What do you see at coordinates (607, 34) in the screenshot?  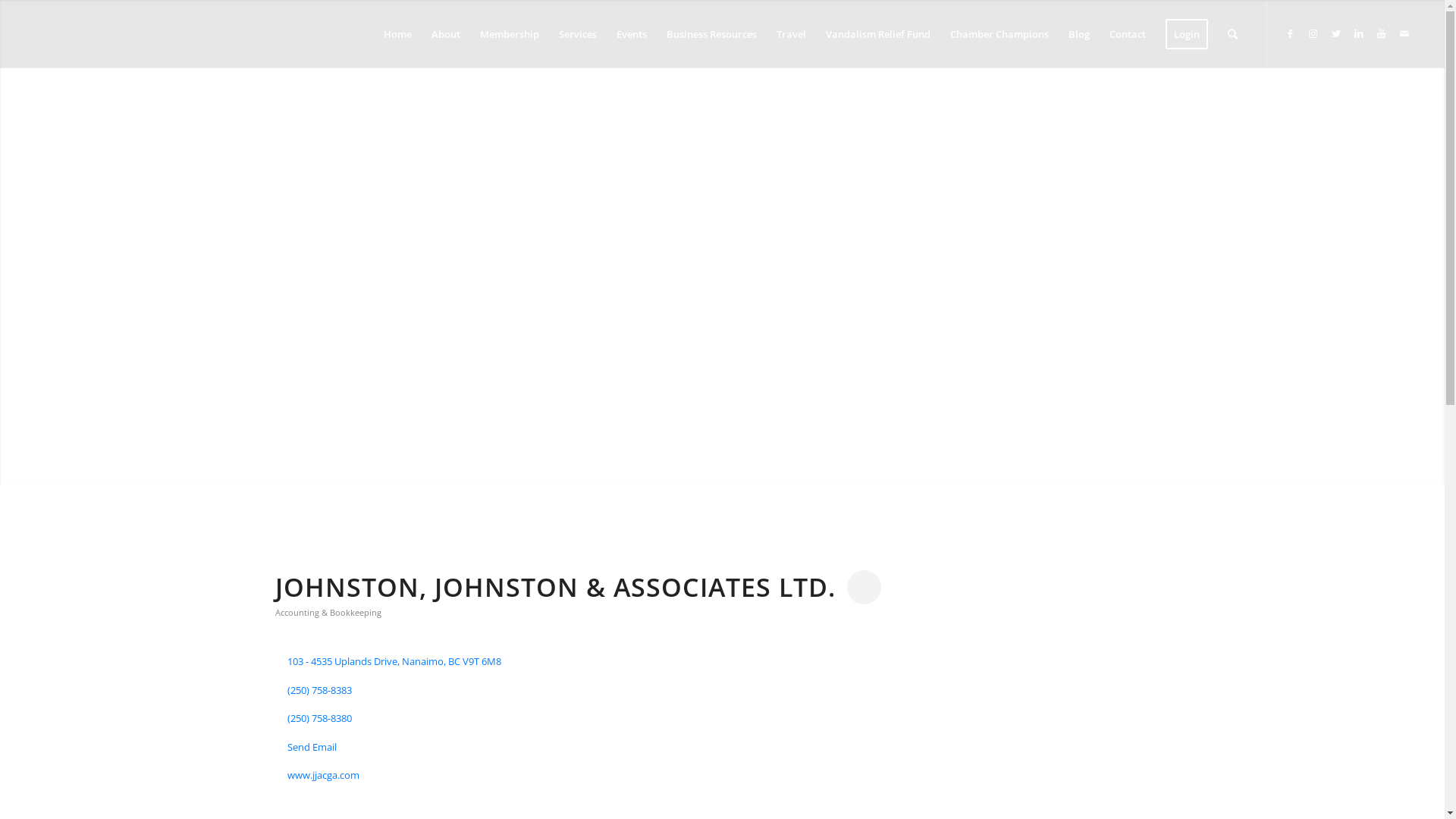 I see `'Events'` at bounding box center [607, 34].